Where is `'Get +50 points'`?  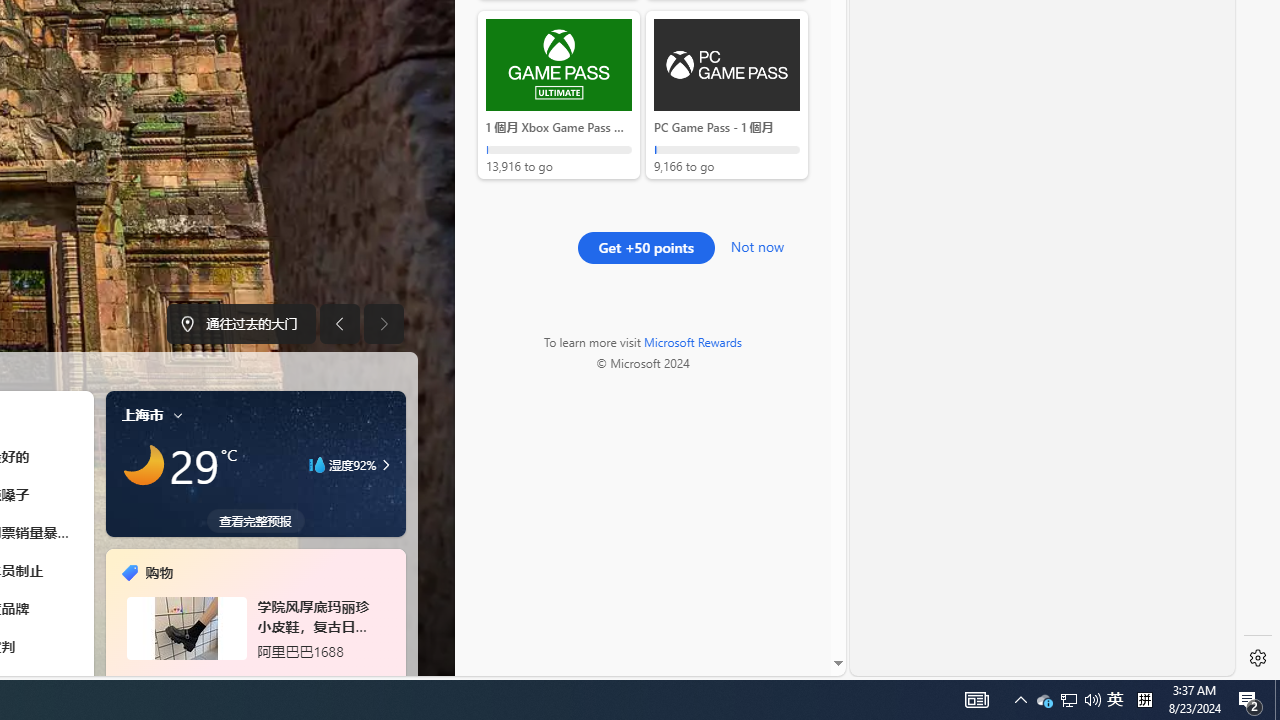 'Get +50 points' is located at coordinates (646, 247).